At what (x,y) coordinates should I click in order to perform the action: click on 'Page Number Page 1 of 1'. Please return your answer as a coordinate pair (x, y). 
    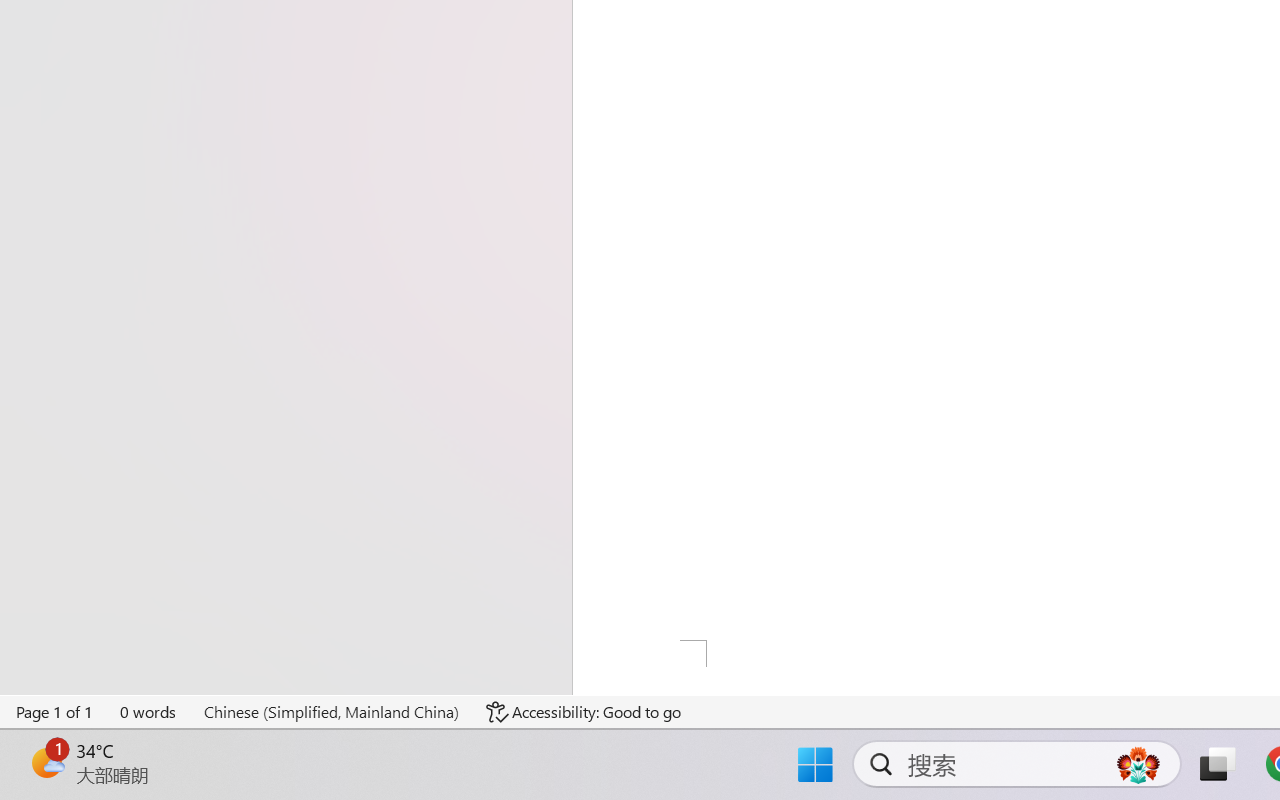
    Looking at the image, I should click on (55, 711).